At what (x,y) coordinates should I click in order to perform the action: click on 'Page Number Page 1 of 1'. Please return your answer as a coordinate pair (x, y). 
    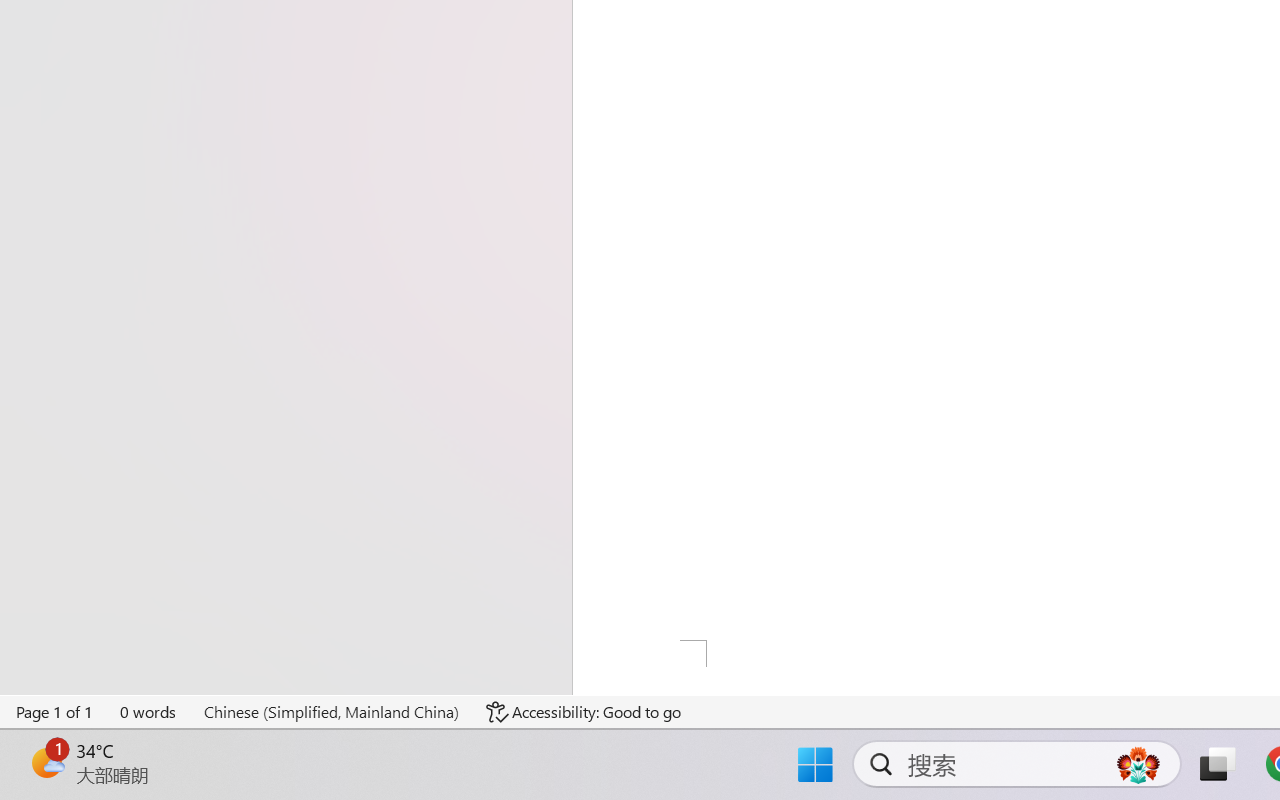
    Looking at the image, I should click on (55, 711).